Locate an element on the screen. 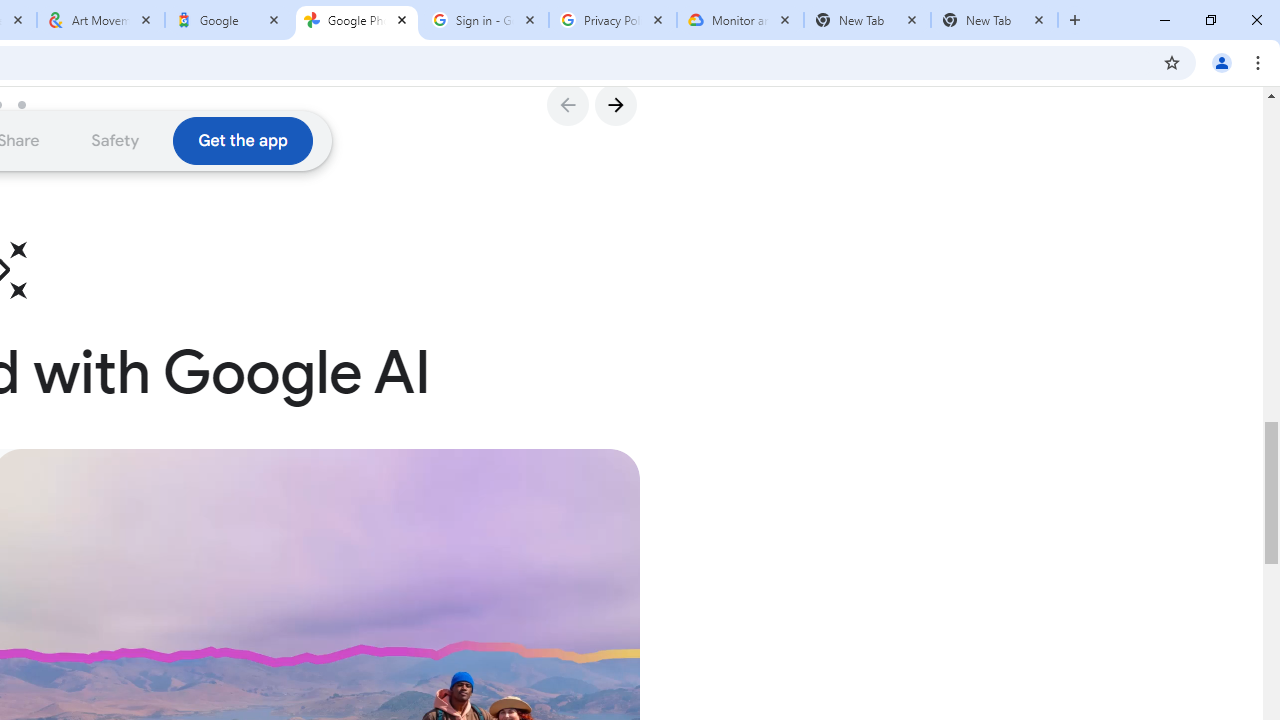  'Go to slide 3' is located at coordinates (29, 104).